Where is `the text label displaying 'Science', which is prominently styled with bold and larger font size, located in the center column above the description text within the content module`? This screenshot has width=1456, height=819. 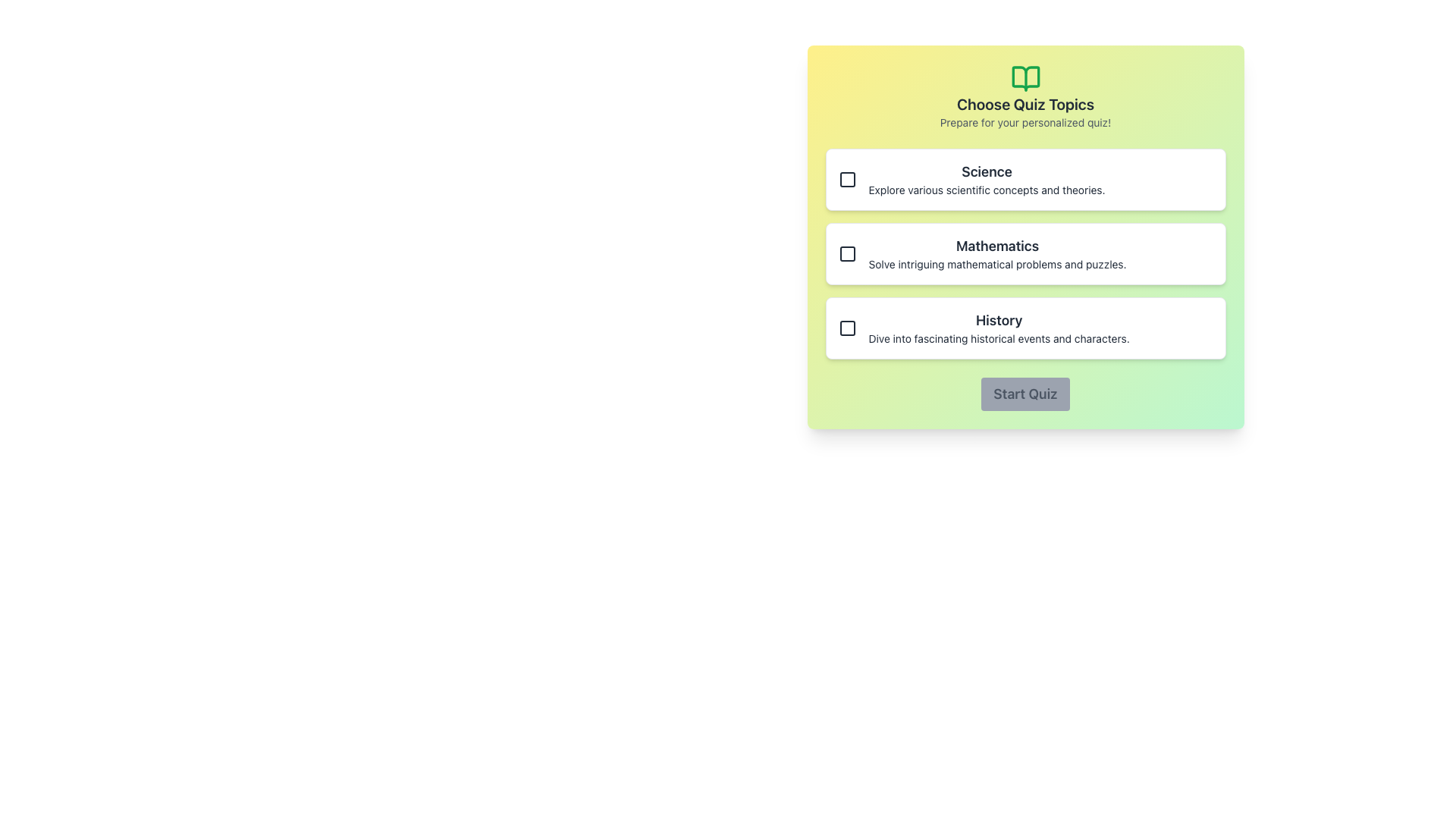
the text label displaying 'Science', which is prominently styled with bold and larger font size, located in the center column above the description text within the content module is located at coordinates (987, 171).